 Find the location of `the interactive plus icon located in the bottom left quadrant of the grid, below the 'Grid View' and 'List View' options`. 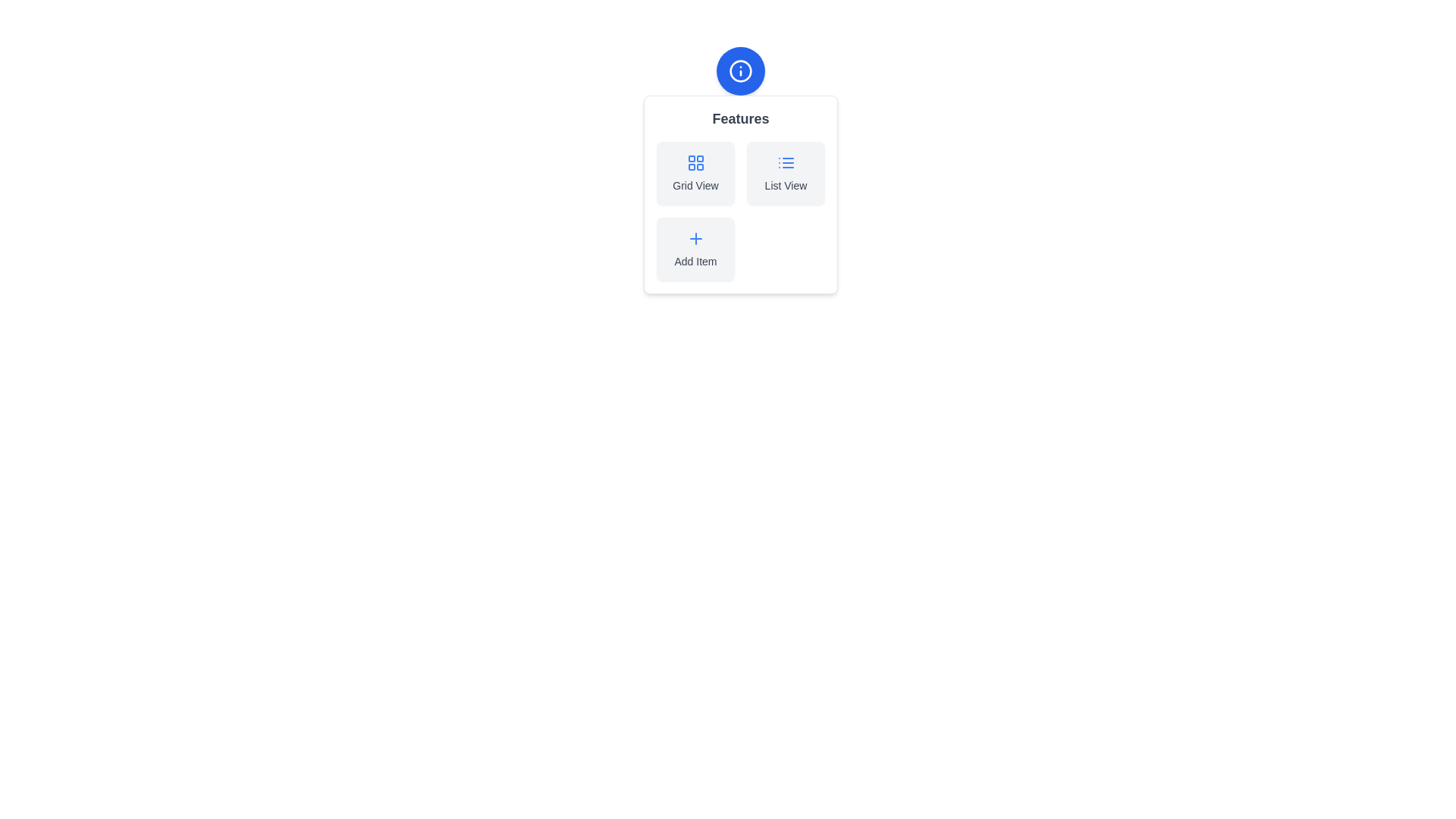

the interactive plus icon located in the bottom left quadrant of the grid, below the 'Grid View' and 'List View' options is located at coordinates (695, 239).